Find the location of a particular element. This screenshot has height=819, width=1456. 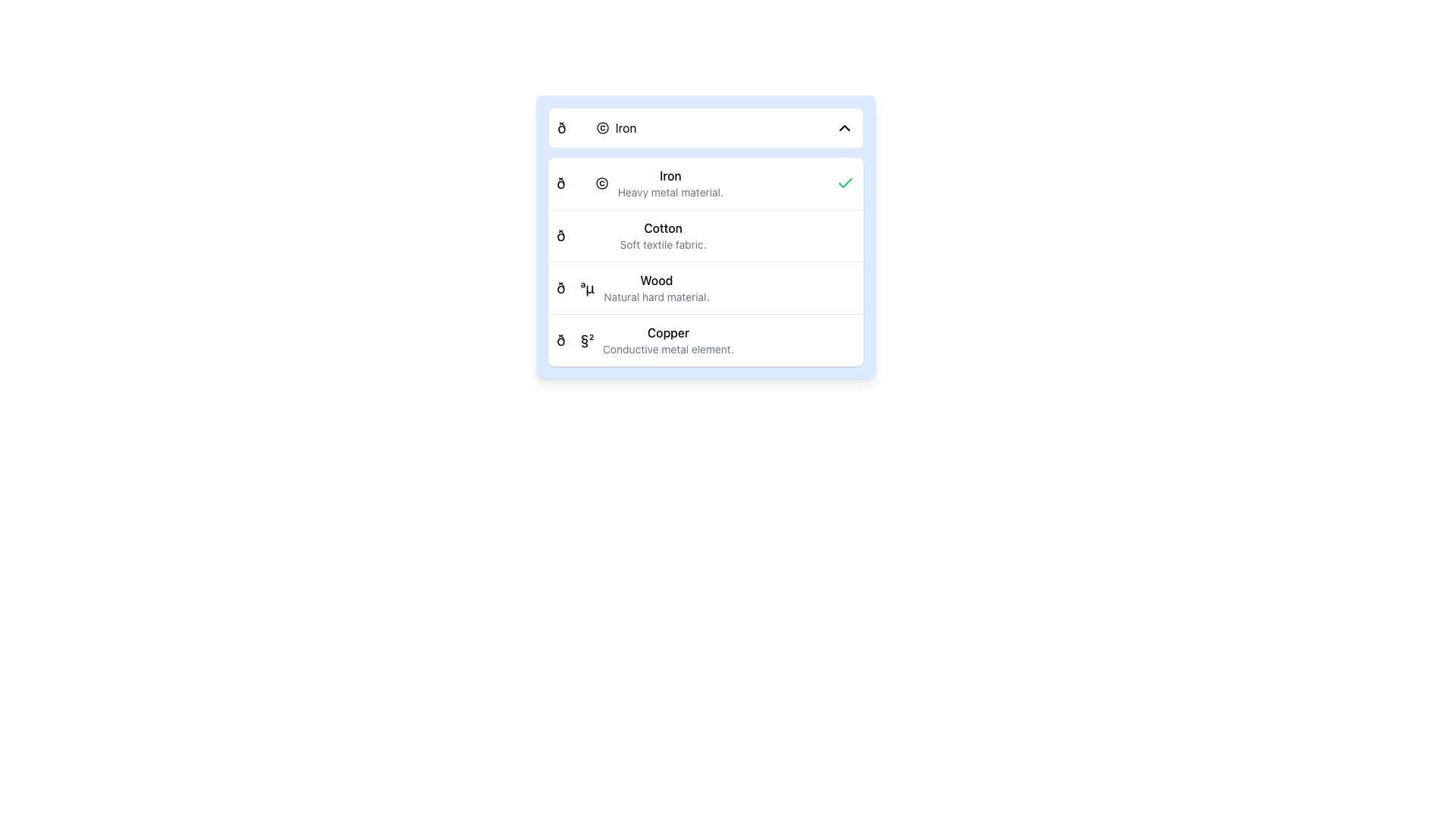

the List item displaying 'CottonSoft textile fabric.' with a bold 'Cotton' and an icon is located at coordinates (632, 236).